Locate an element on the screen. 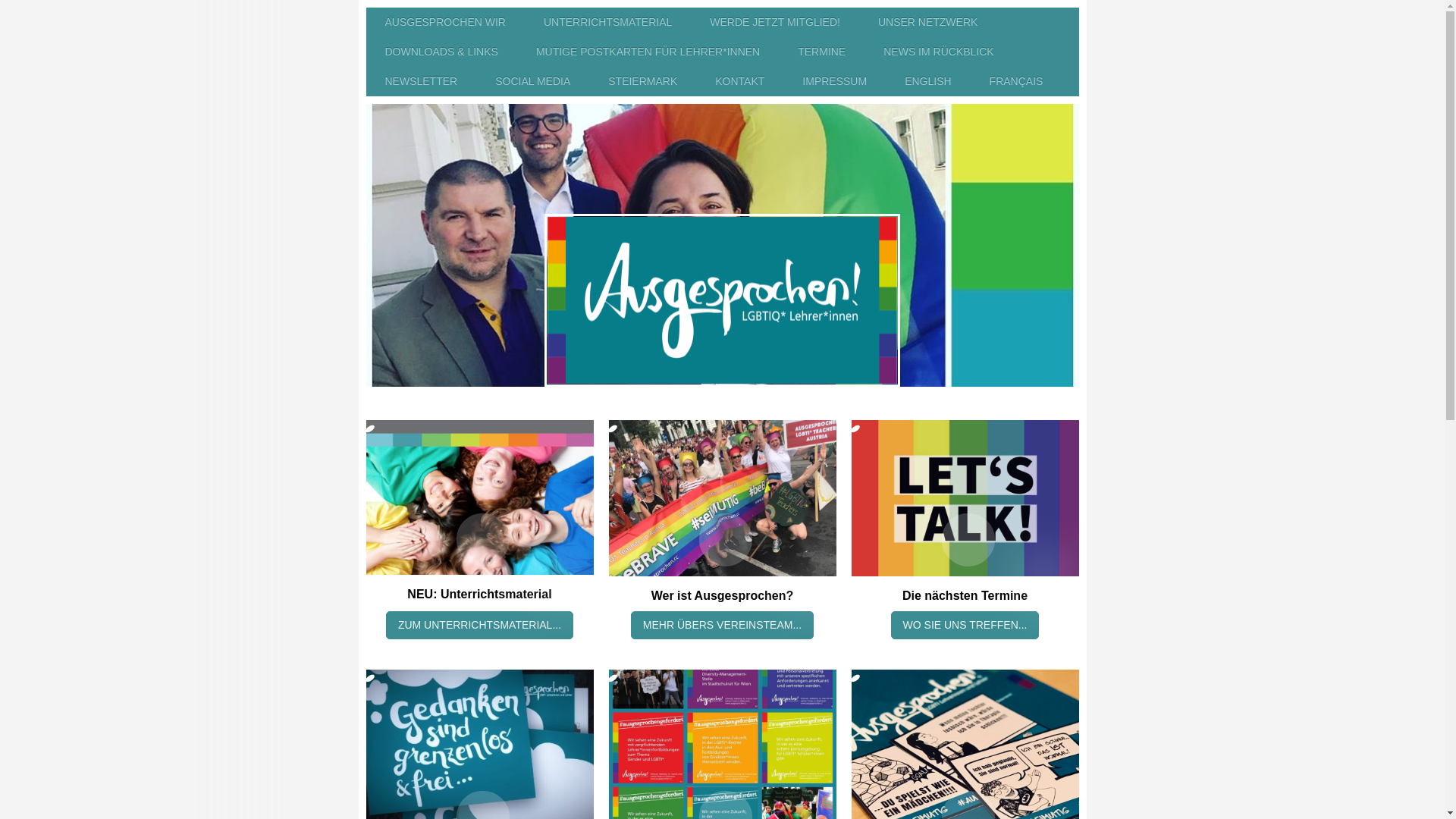  'IMPRESSUM' is located at coordinates (833, 81).